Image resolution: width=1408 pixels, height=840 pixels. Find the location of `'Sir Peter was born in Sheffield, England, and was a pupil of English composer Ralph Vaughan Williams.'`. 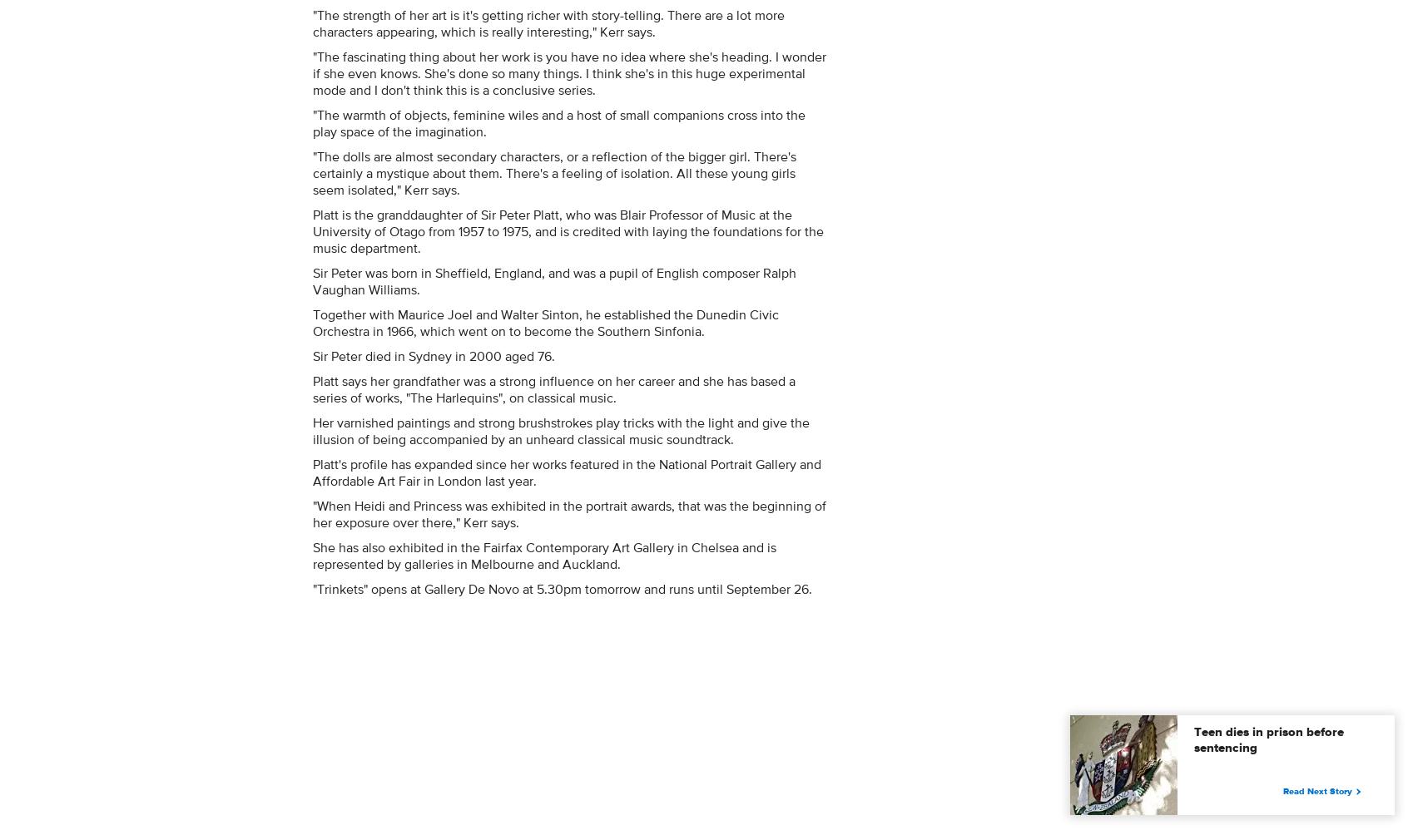

'Sir Peter was born in Sheffield, England, and was a pupil of English composer Ralph Vaughan Williams.' is located at coordinates (554, 281).